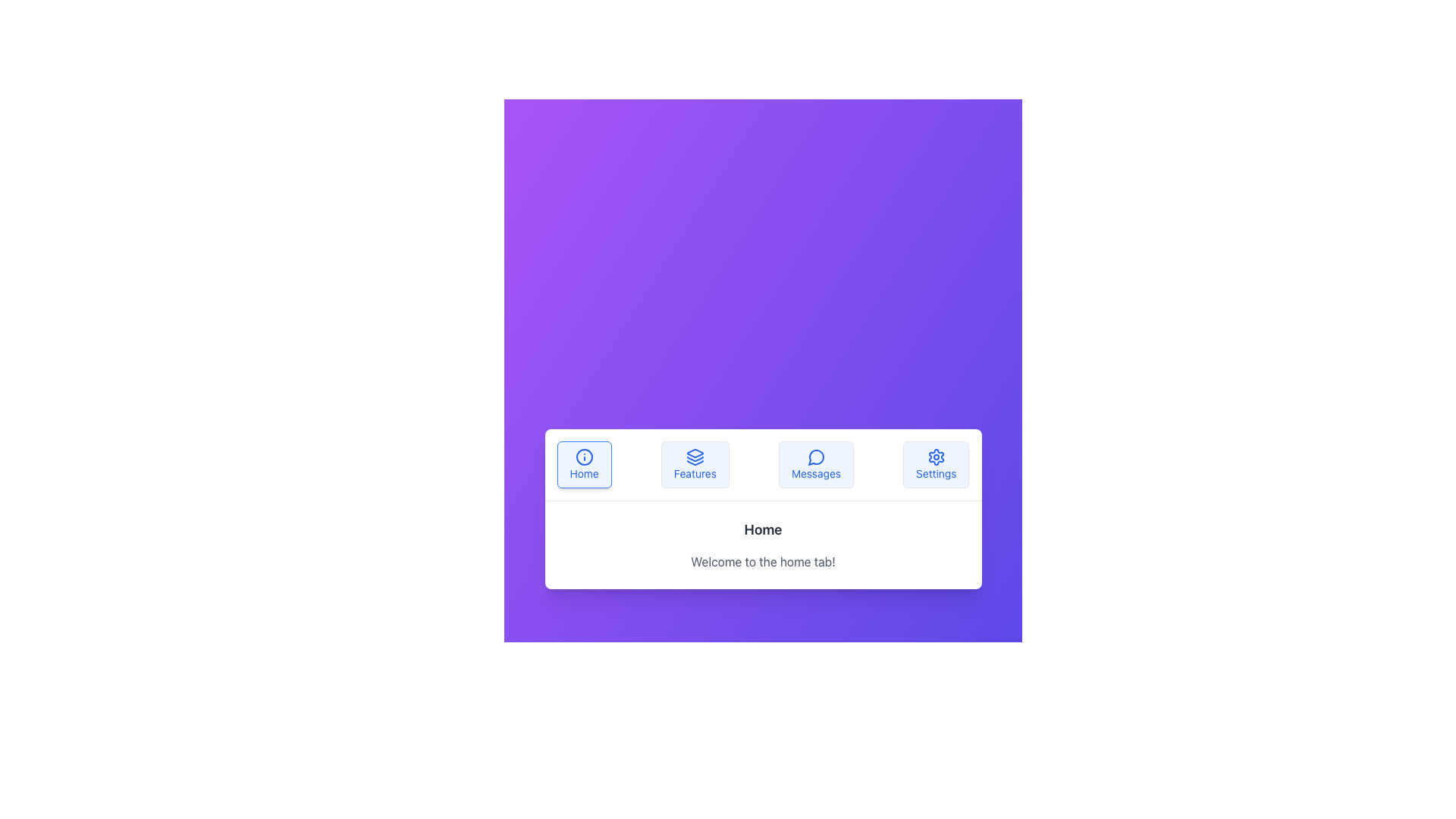  Describe the element at coordinates (694, 461) in the screenshot. I see `the 'Features' icon in the bottom navigation bar` at that location.